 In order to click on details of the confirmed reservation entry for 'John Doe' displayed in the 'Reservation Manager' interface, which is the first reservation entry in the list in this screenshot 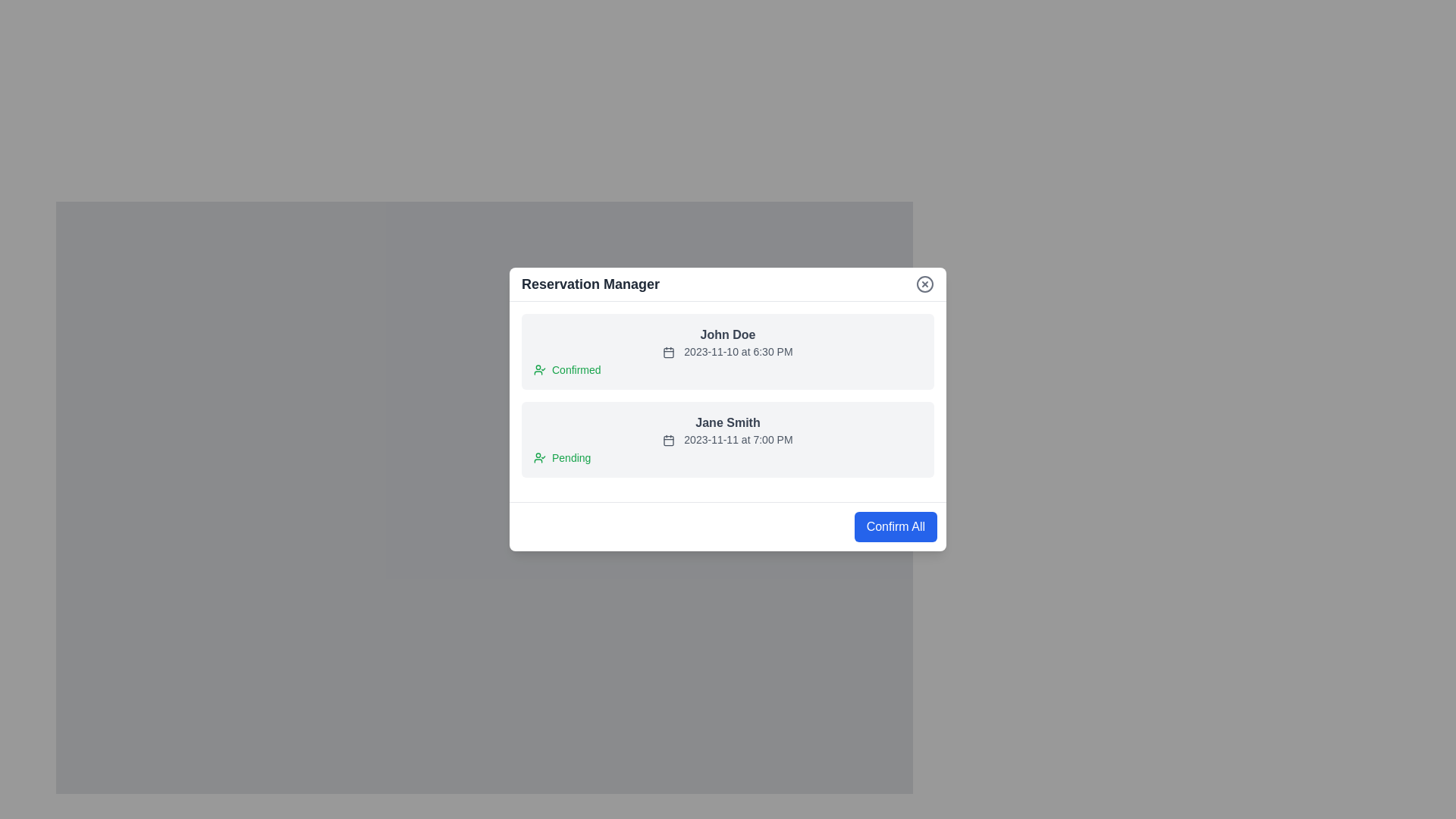, I will do `click(728, 351)`.